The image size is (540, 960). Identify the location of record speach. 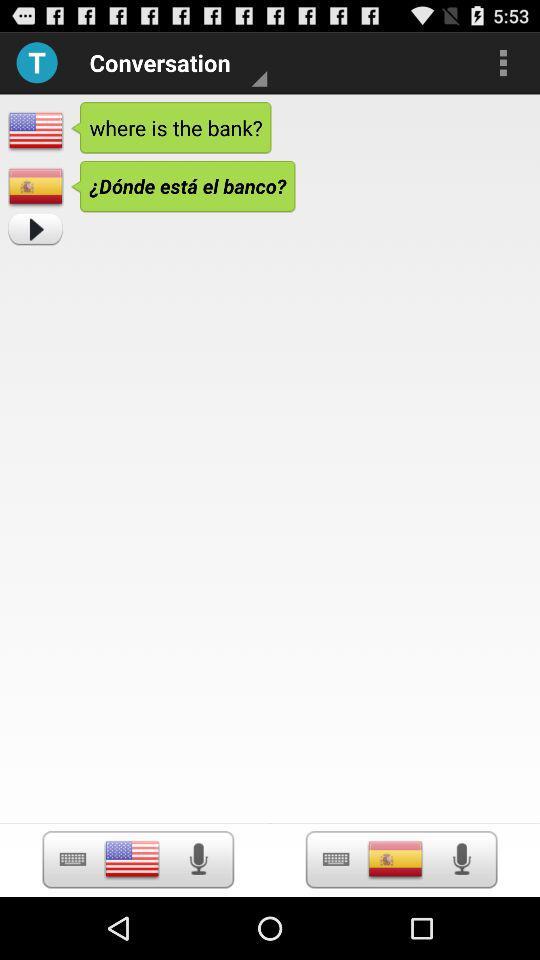
(198, 858).